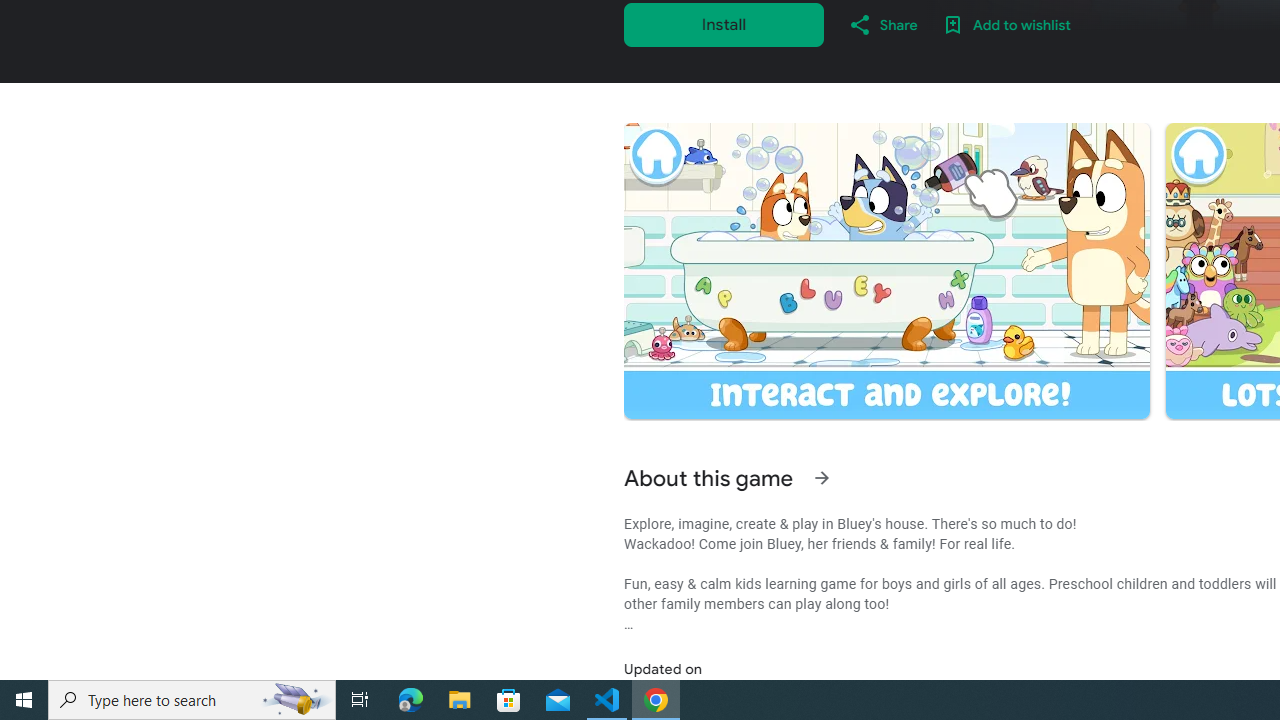 The image size is (1280, 720). What do you see at coordinates (885, 271) in the screenshot?
I see `'Screenshot image'` at bounding box center [885, 271].